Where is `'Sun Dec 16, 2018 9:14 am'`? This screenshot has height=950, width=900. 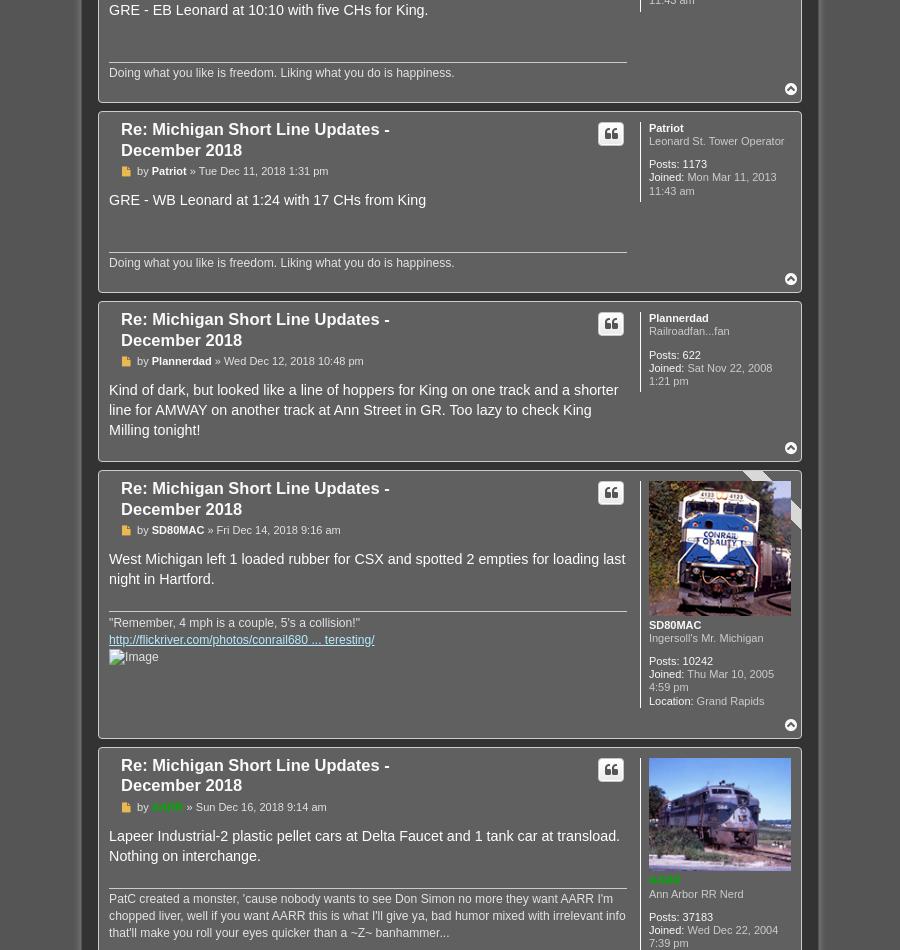 'Sun Dec 16, 2018 9:14 am' is located at coordinates (259, 804).